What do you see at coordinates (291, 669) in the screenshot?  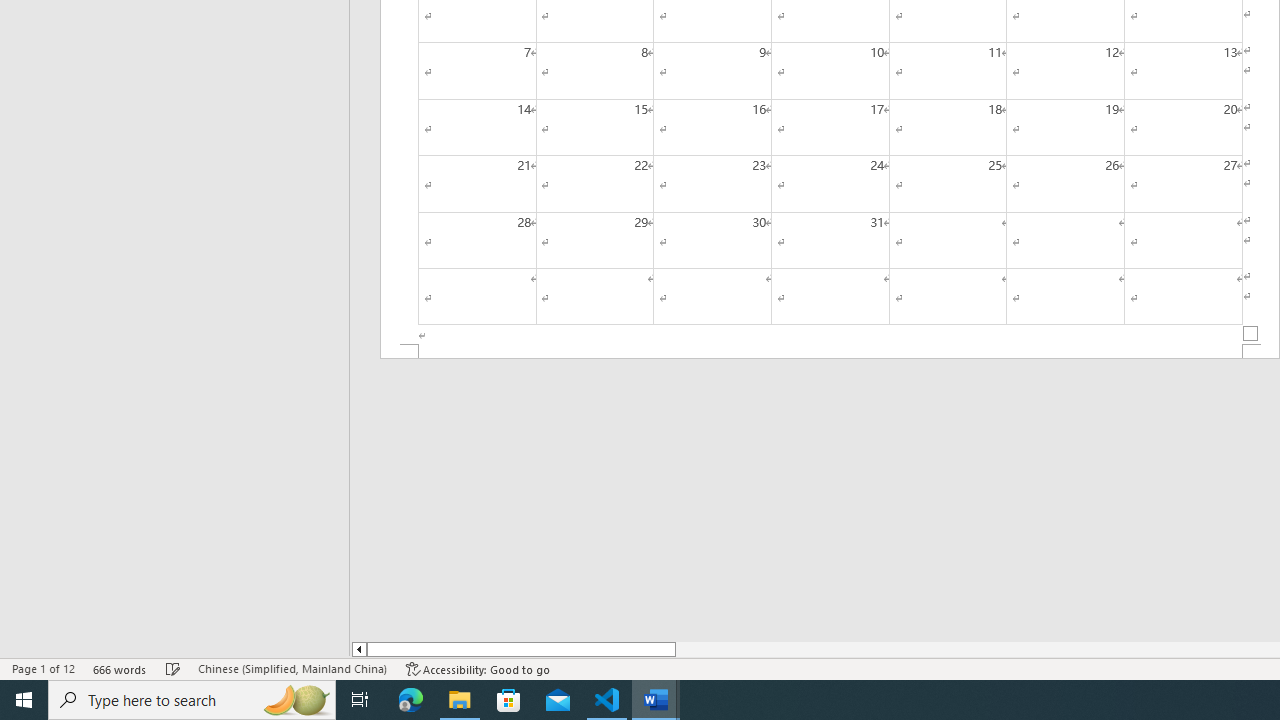 I see `'Language Chinese (Simplified, Mainland China)'` at bounding box center [291, 669].